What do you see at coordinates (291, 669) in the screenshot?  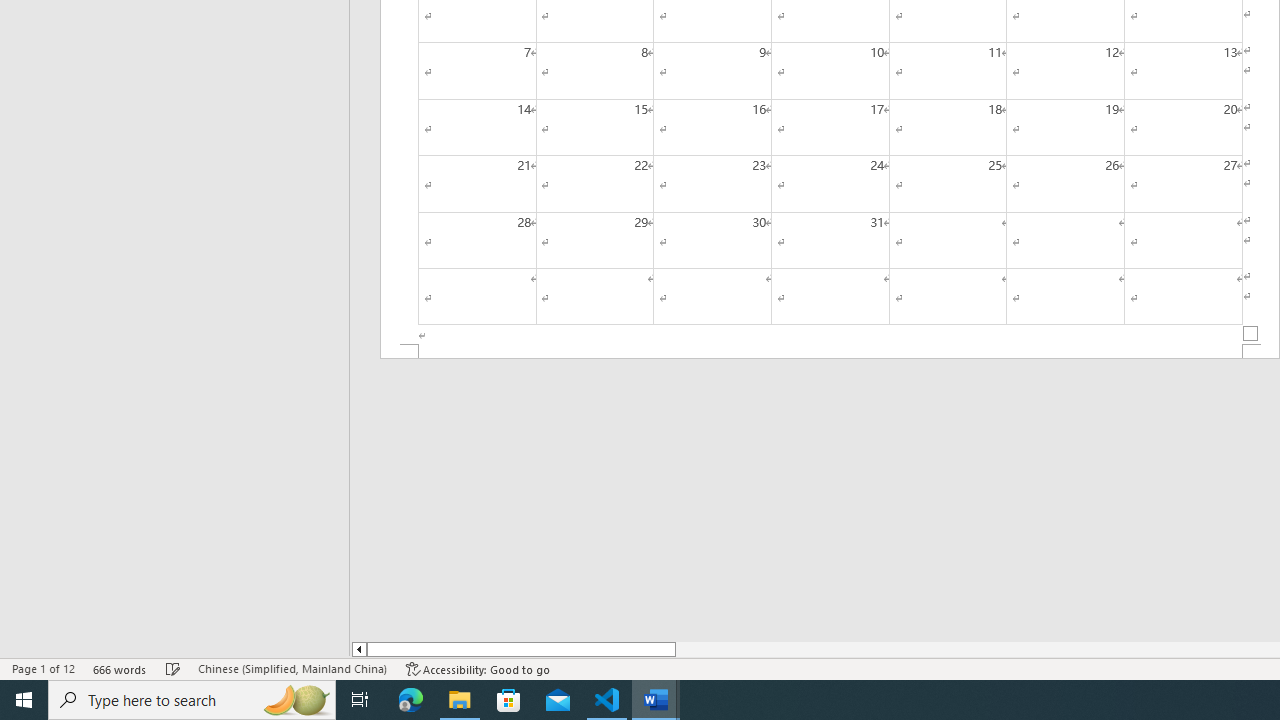 I see `'Language Chinese (Simplified, Mainland China)'` at bounding box center [291, 669].